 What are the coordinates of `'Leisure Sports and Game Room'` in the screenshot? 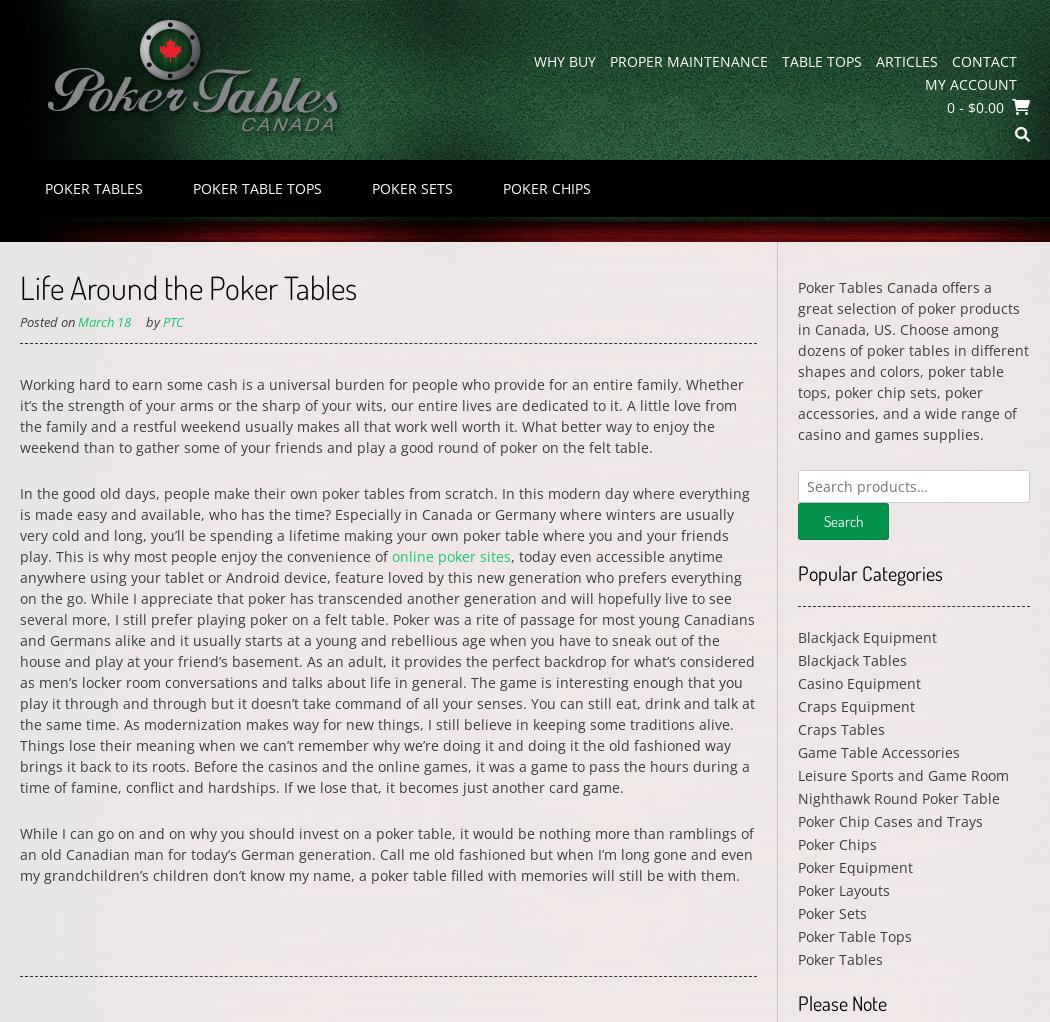 It's located at (795, 775).